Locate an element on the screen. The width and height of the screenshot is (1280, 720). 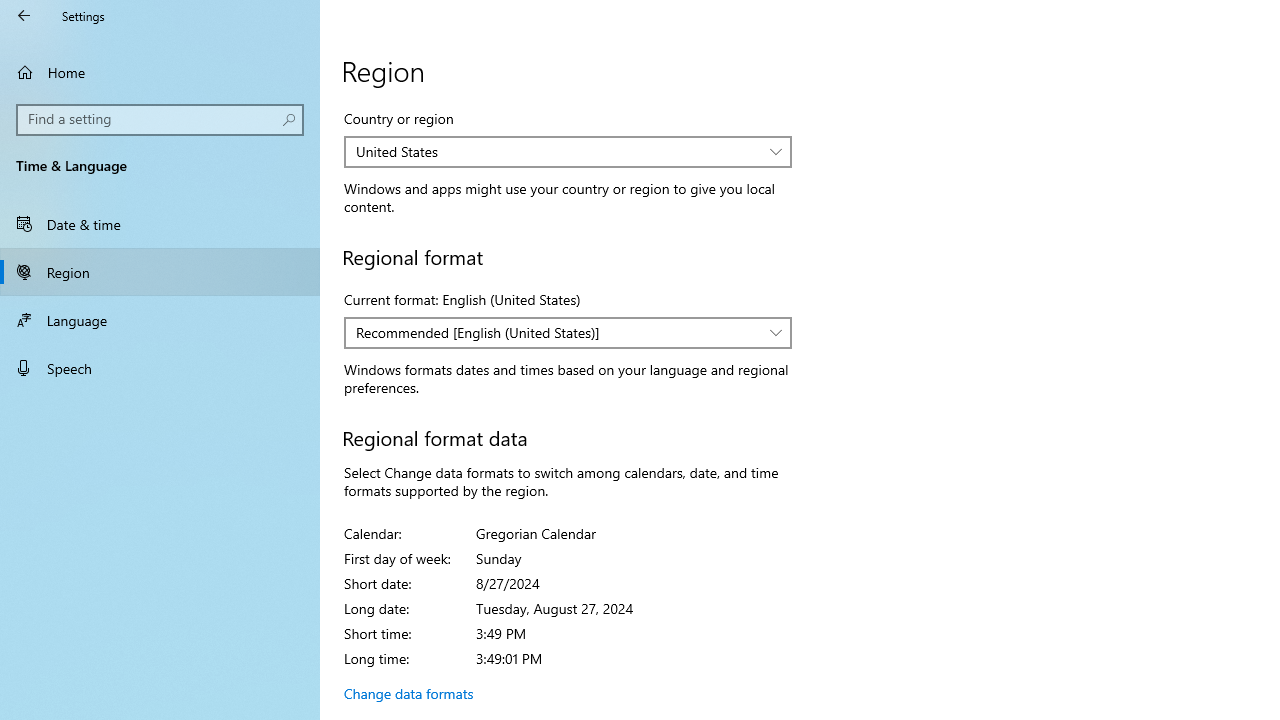
'Current format: English (United States)' is located at coordinates (567, 332).